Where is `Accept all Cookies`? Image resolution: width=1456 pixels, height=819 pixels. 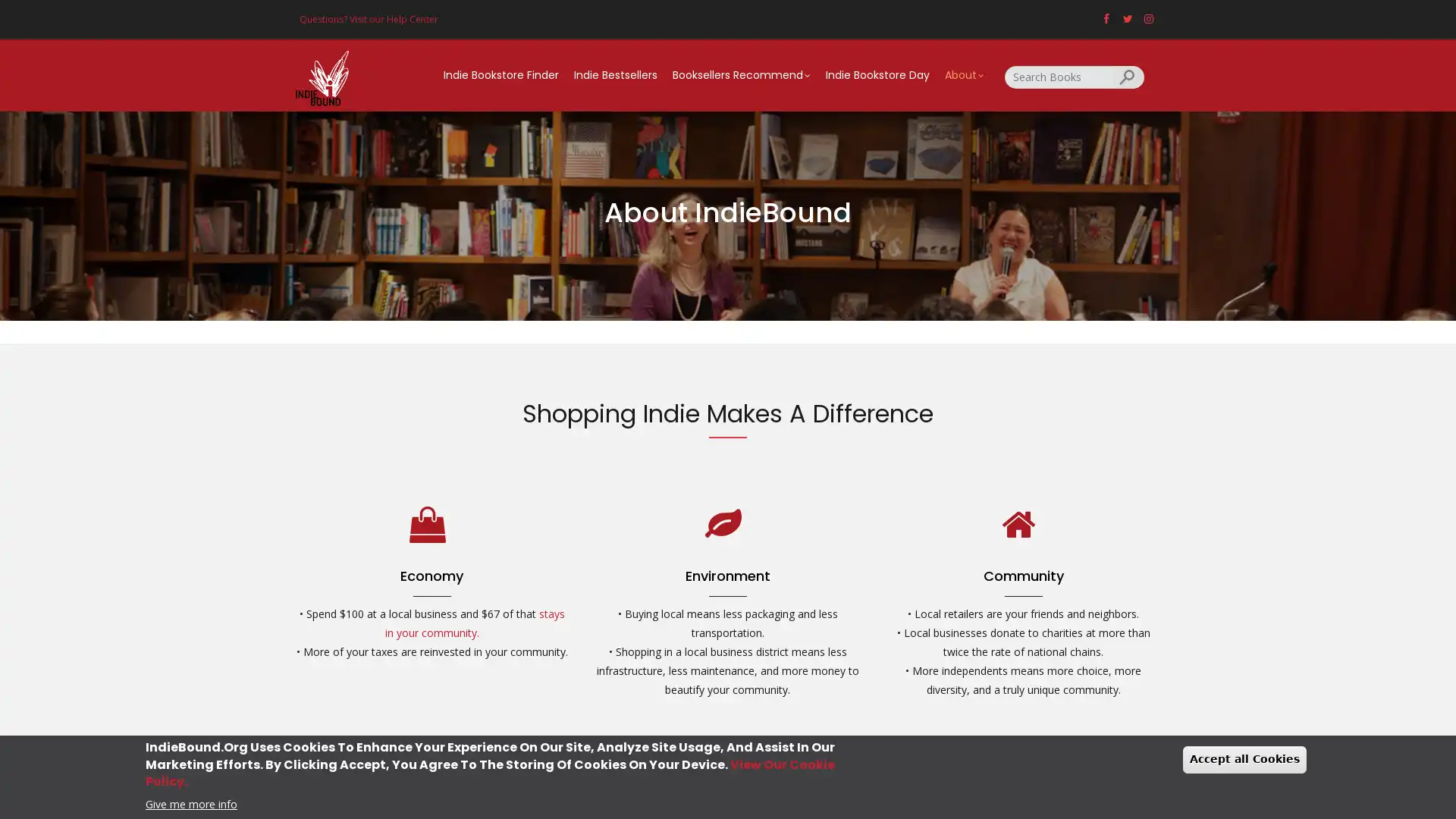
Accept all Cookies is located at coordinates (1244, 759).